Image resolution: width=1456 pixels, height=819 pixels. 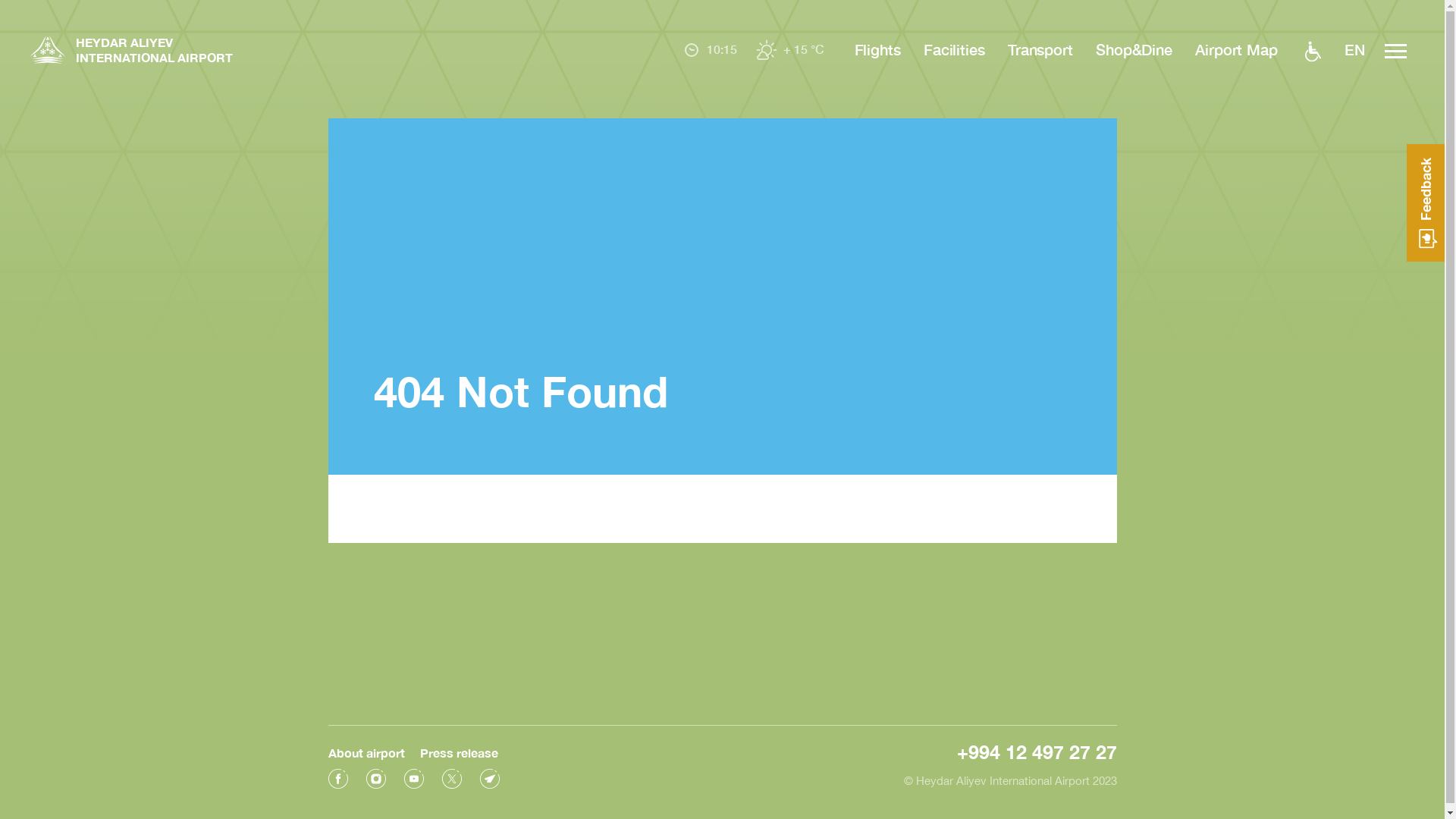 I want to click on 'Flights', so click(x=877, y=49).